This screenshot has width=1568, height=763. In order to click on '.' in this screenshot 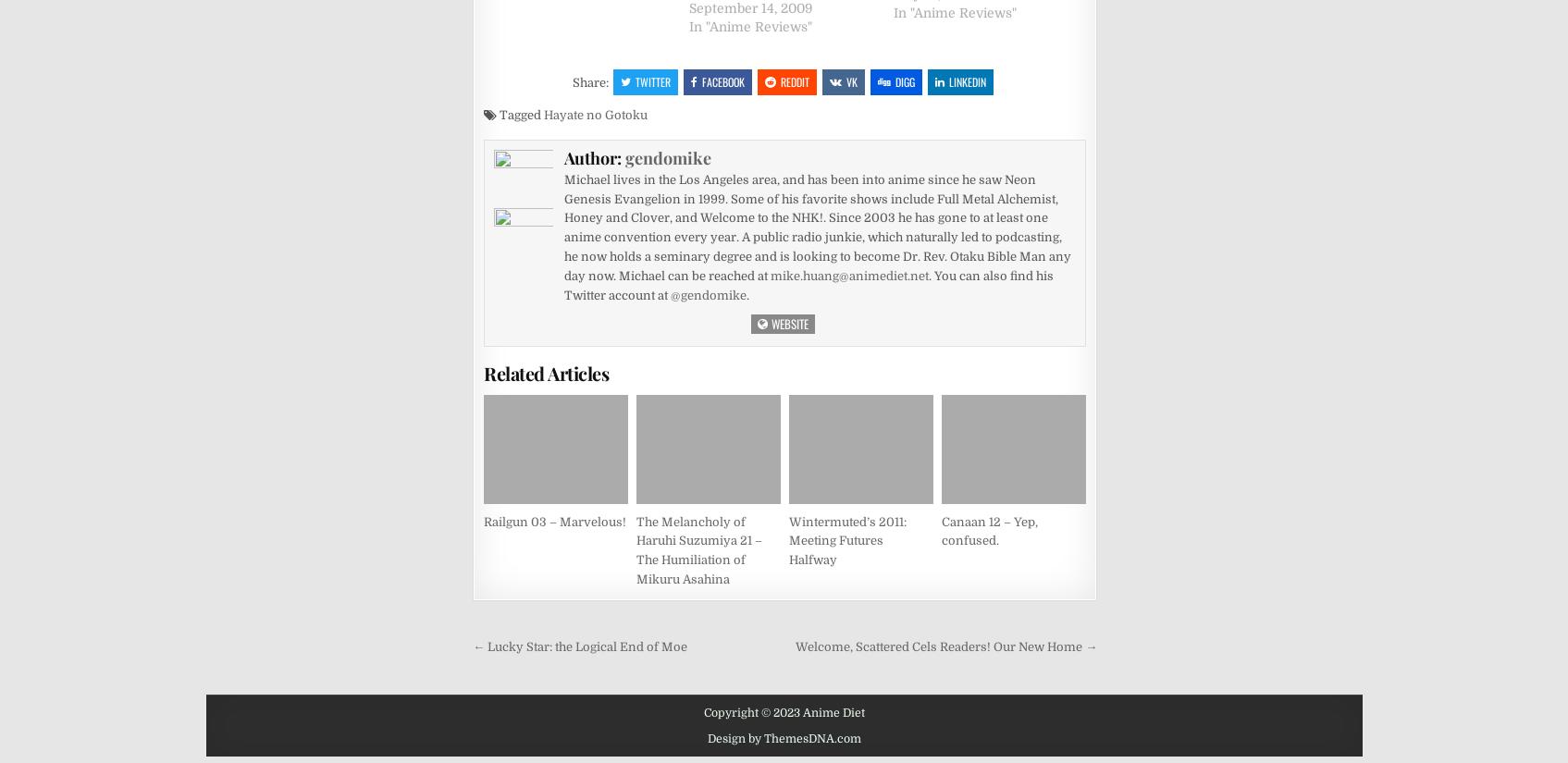, I will do `click(745, 293)`.